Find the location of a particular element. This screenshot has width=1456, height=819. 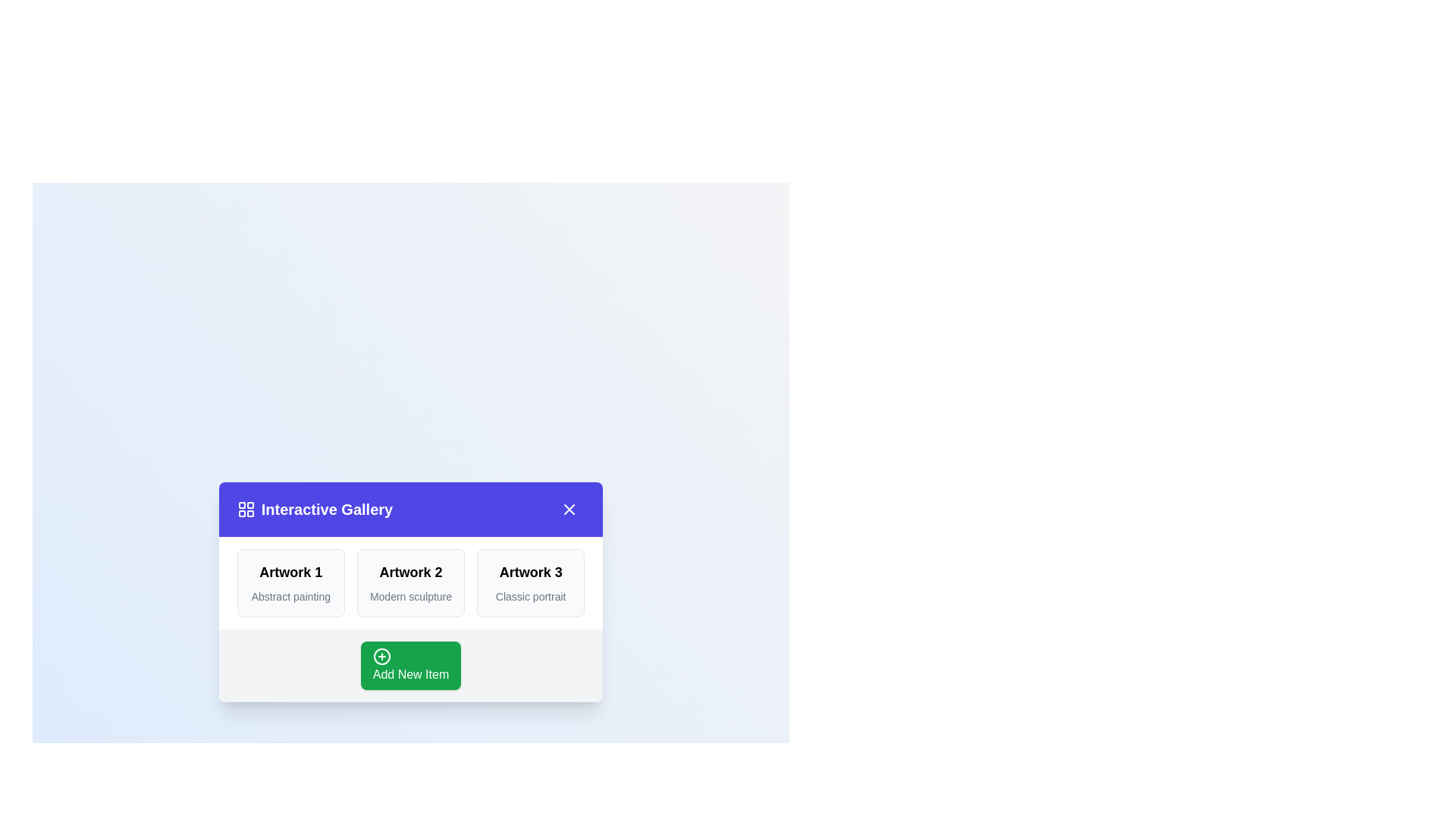

the artwork card labeled 'Artwork 2' is located at coordinates (411, 582).